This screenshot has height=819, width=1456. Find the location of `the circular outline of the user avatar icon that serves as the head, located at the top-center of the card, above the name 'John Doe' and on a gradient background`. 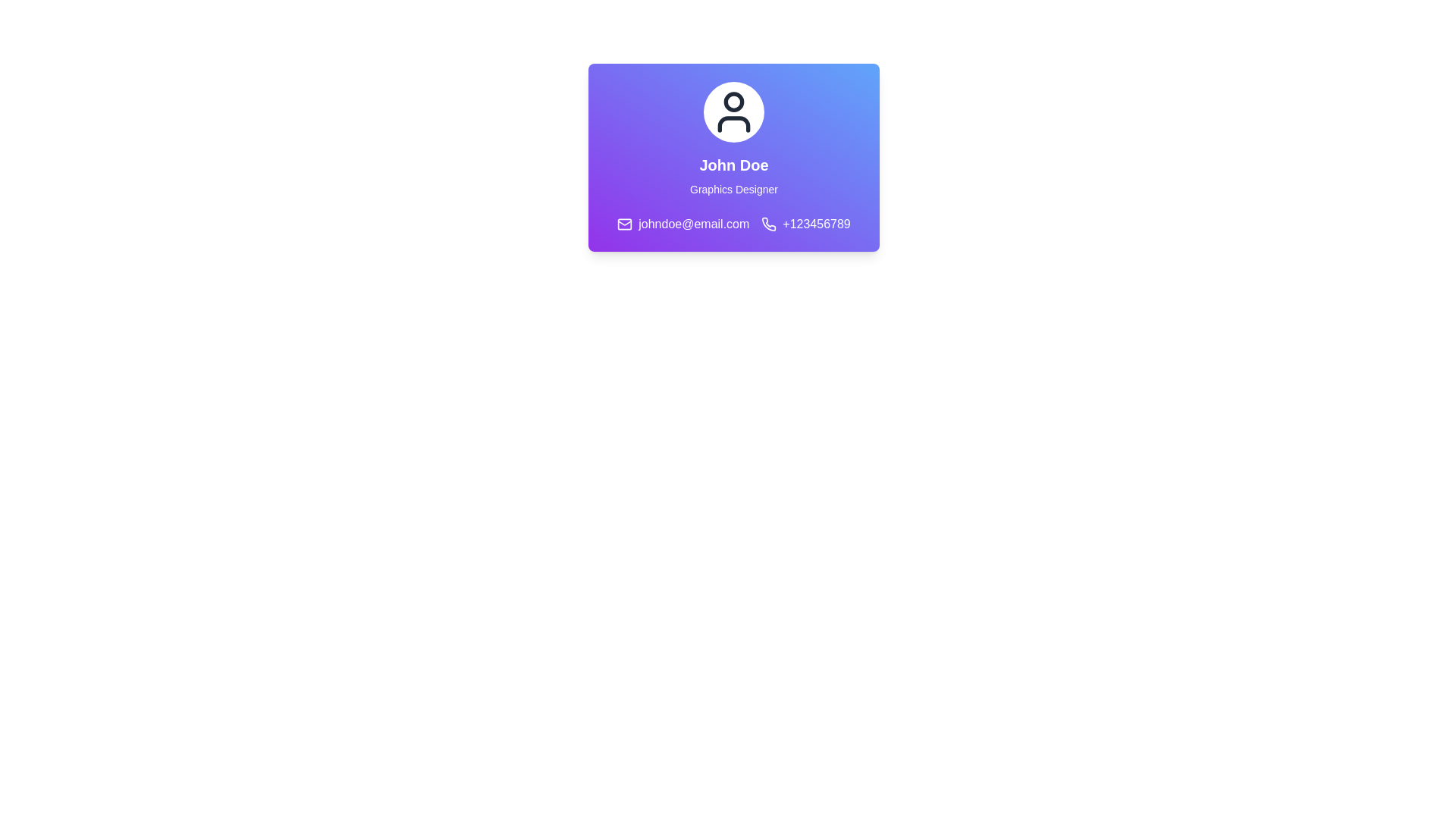

the circular outline of the user avatar icon that serves as the head, located at the top-center of the card, above the name 'John Doe' and on a gradient background is located at coordinates (734, 102).